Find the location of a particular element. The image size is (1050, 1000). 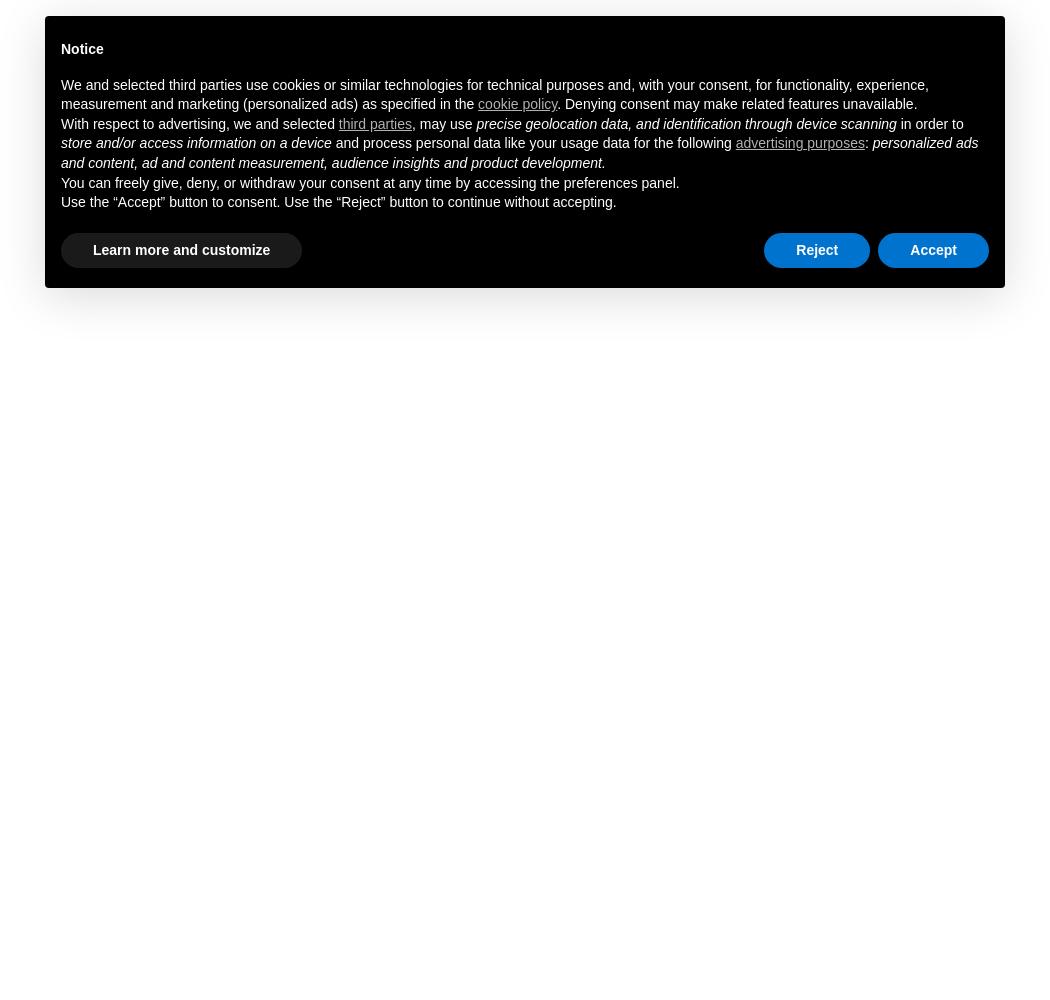

'Use the “Accept” button to consent. Use the “Reject” button to continue without accepting.' is located at coordinates (60, 201).